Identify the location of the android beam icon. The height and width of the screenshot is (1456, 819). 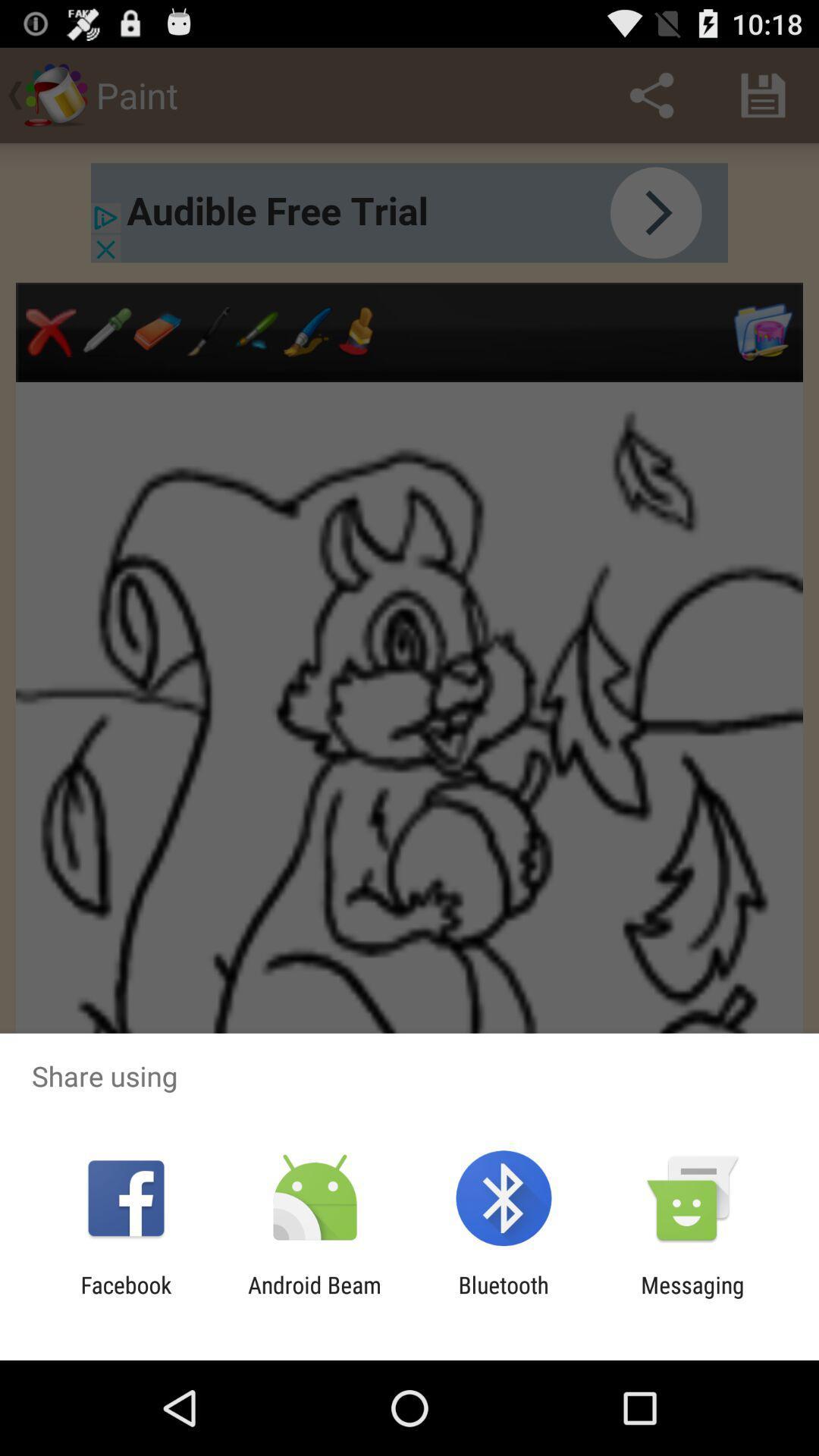
(314, 1298).